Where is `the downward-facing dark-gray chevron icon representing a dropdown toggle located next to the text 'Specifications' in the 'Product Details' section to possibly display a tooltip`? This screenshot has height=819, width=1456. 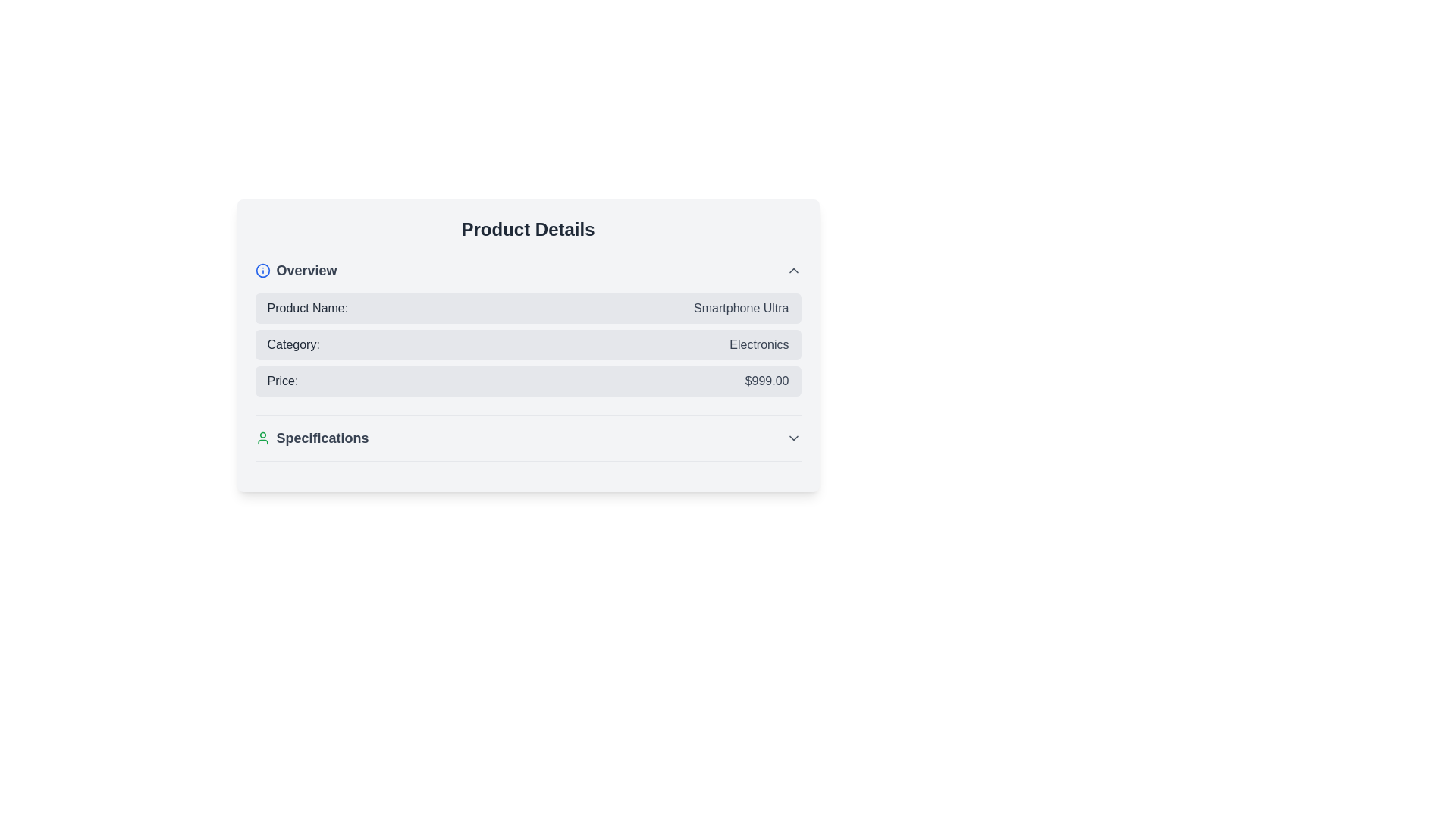
the downward-facing dark-gray chevron icon representing a dropdown toggle located next to the text 'Specifications' in the 'Product Details' section to possibly display a tooltip is located at coordinates (792, 438).